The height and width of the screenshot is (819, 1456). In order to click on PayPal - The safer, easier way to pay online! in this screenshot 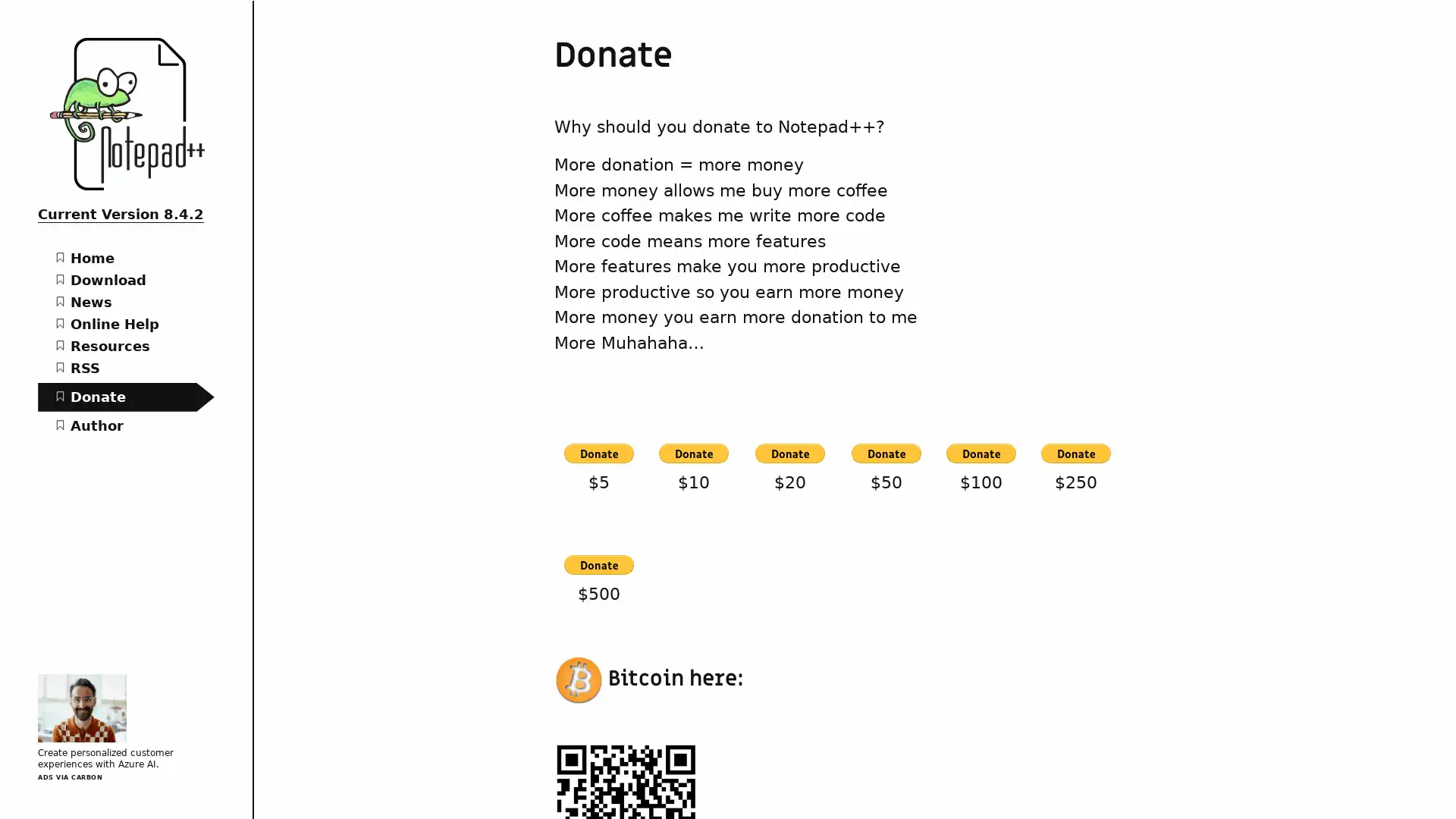, I will do `click(1075, 452)`.